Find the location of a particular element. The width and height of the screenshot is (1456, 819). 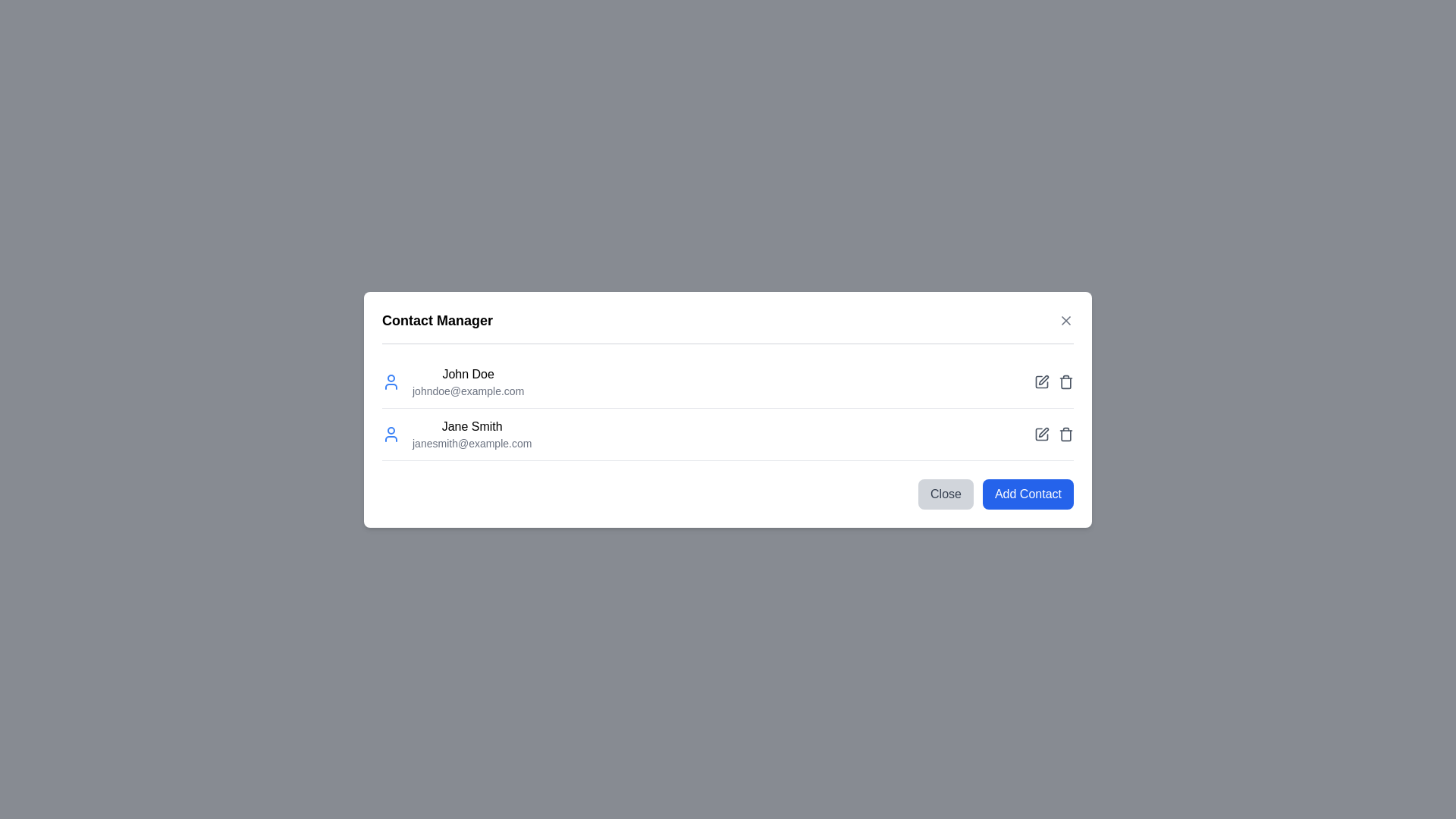

the user icon representing 'John Doe', located at the far left of the entry in the list is located at coordinates (391, 381).